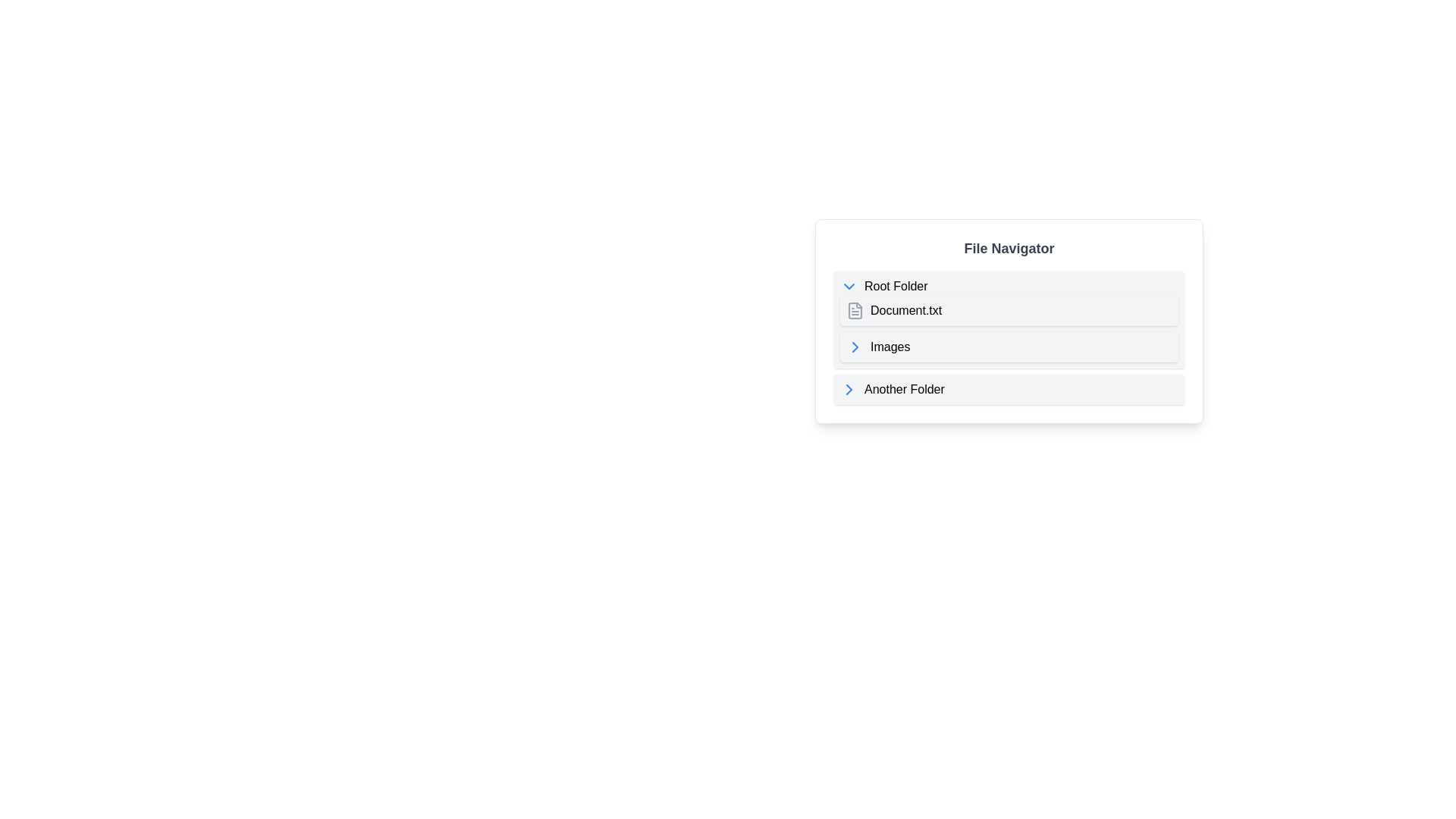 This screenshot has height=819, width=1456. Describe the element at coordinates (1009, 287) in the screenshot. I see `the 'Root Folder' interactive list item` at that location.